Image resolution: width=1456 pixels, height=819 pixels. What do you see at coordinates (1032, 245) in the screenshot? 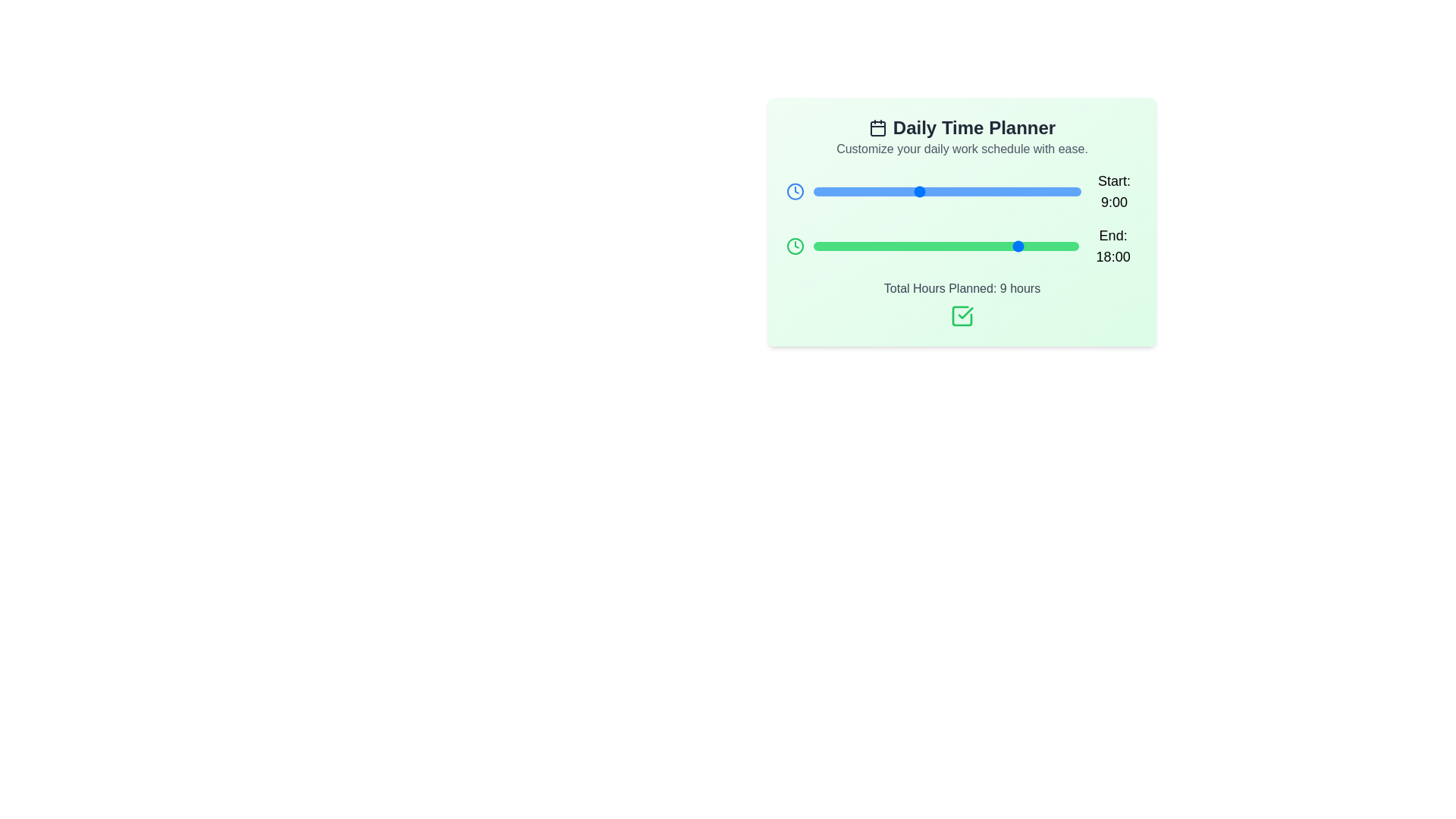
I see `the 'End' slider to set the end time to 19:00` at bounding box center [1032, 245].